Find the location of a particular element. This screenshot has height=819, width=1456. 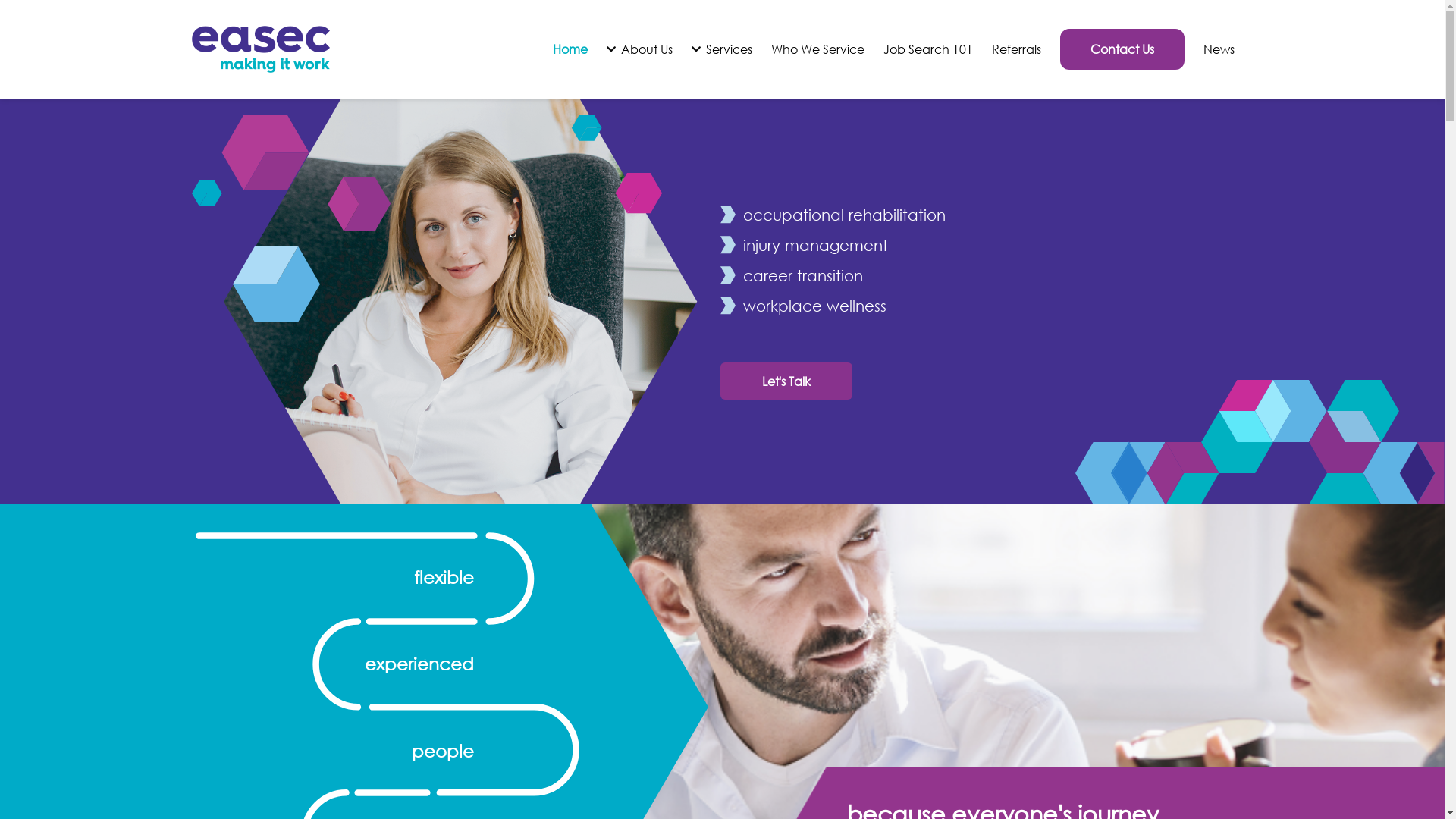

'About Us' is located at coordinates (639, 49).